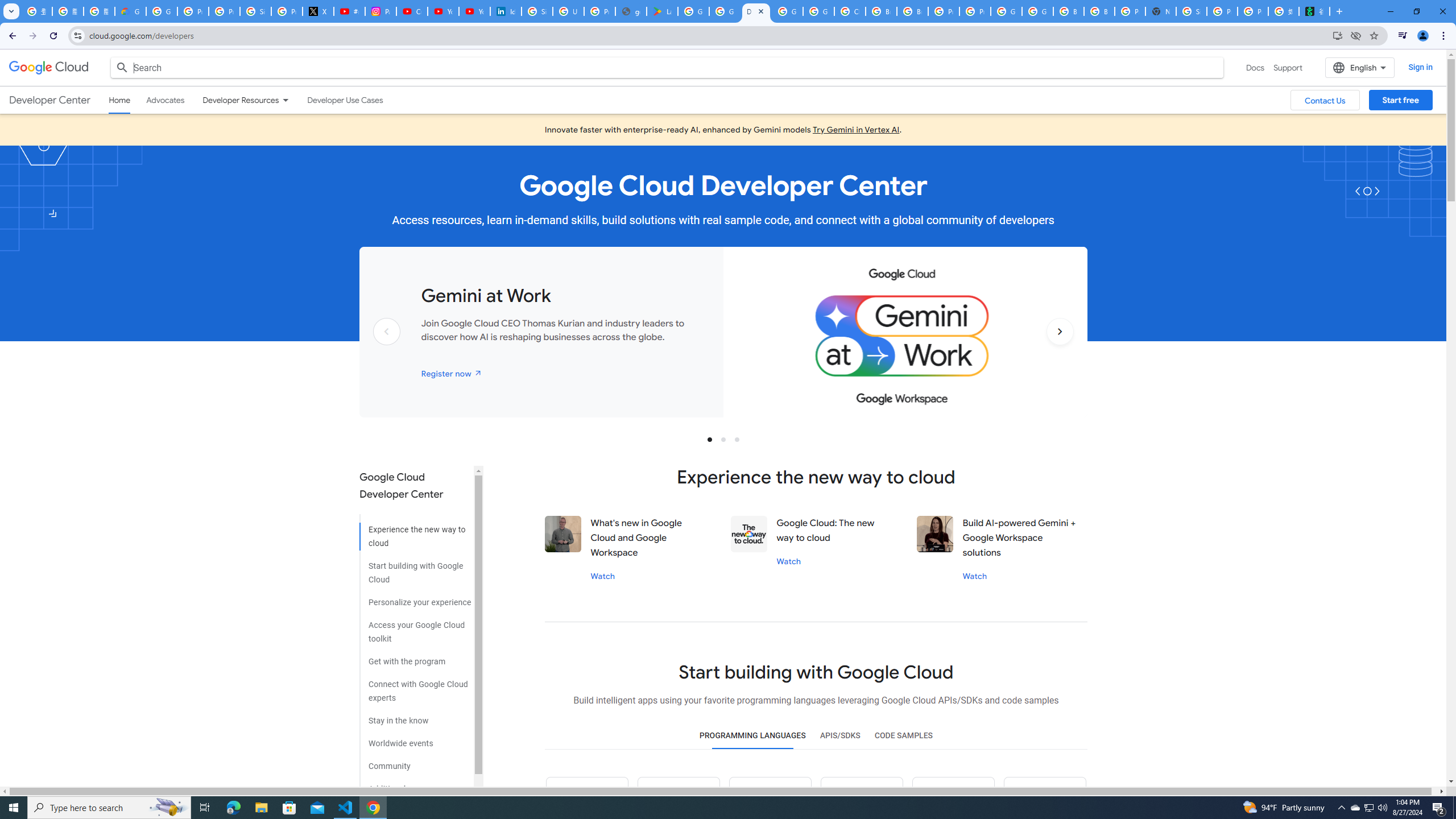  I want to click on 'Slide 3', so click(737, 439).